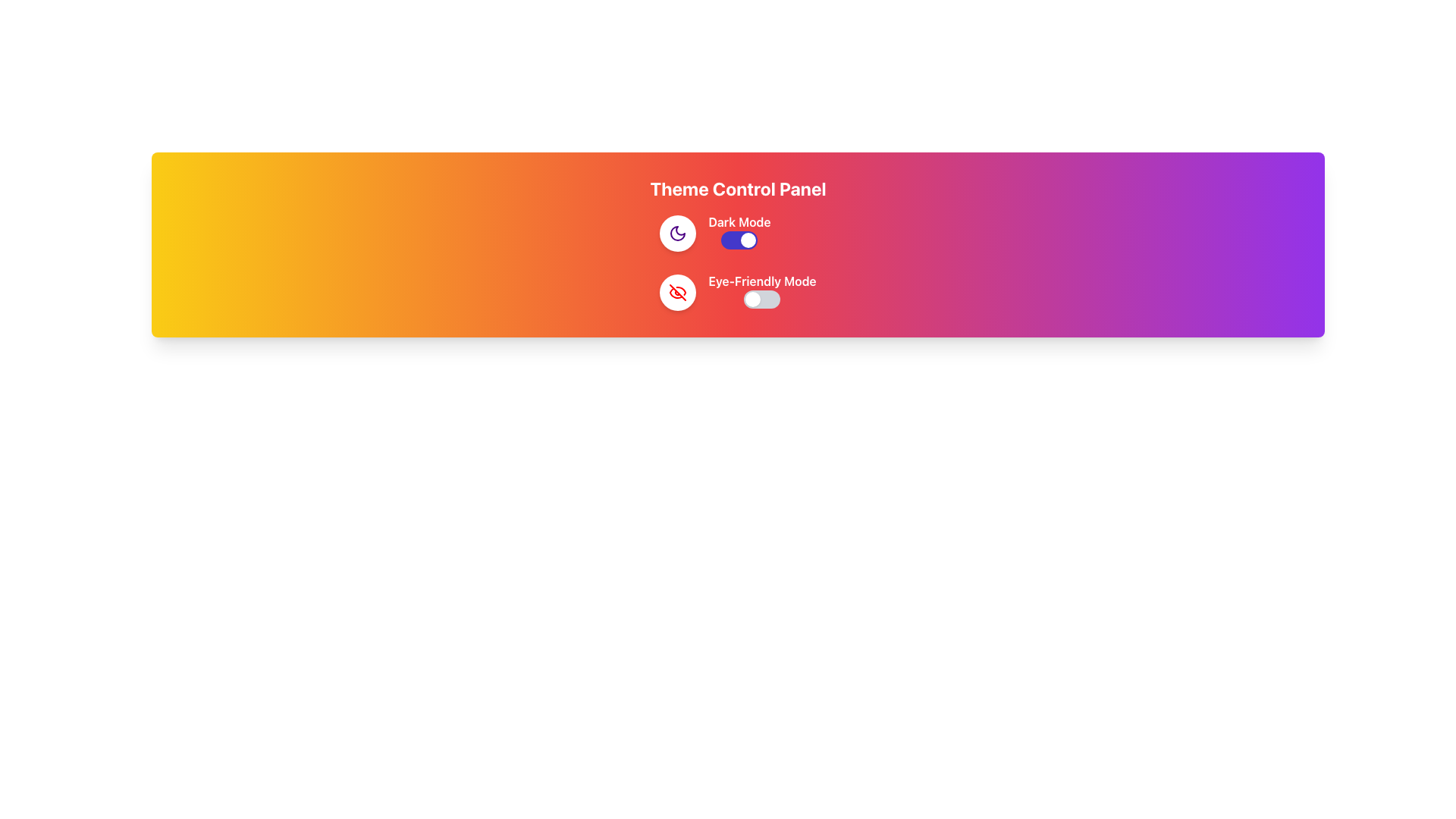 The image size is (1456, 819). I want to click on the second toggle switch located in the 'Eye-Friendly Mode' section, so click(762, 299).